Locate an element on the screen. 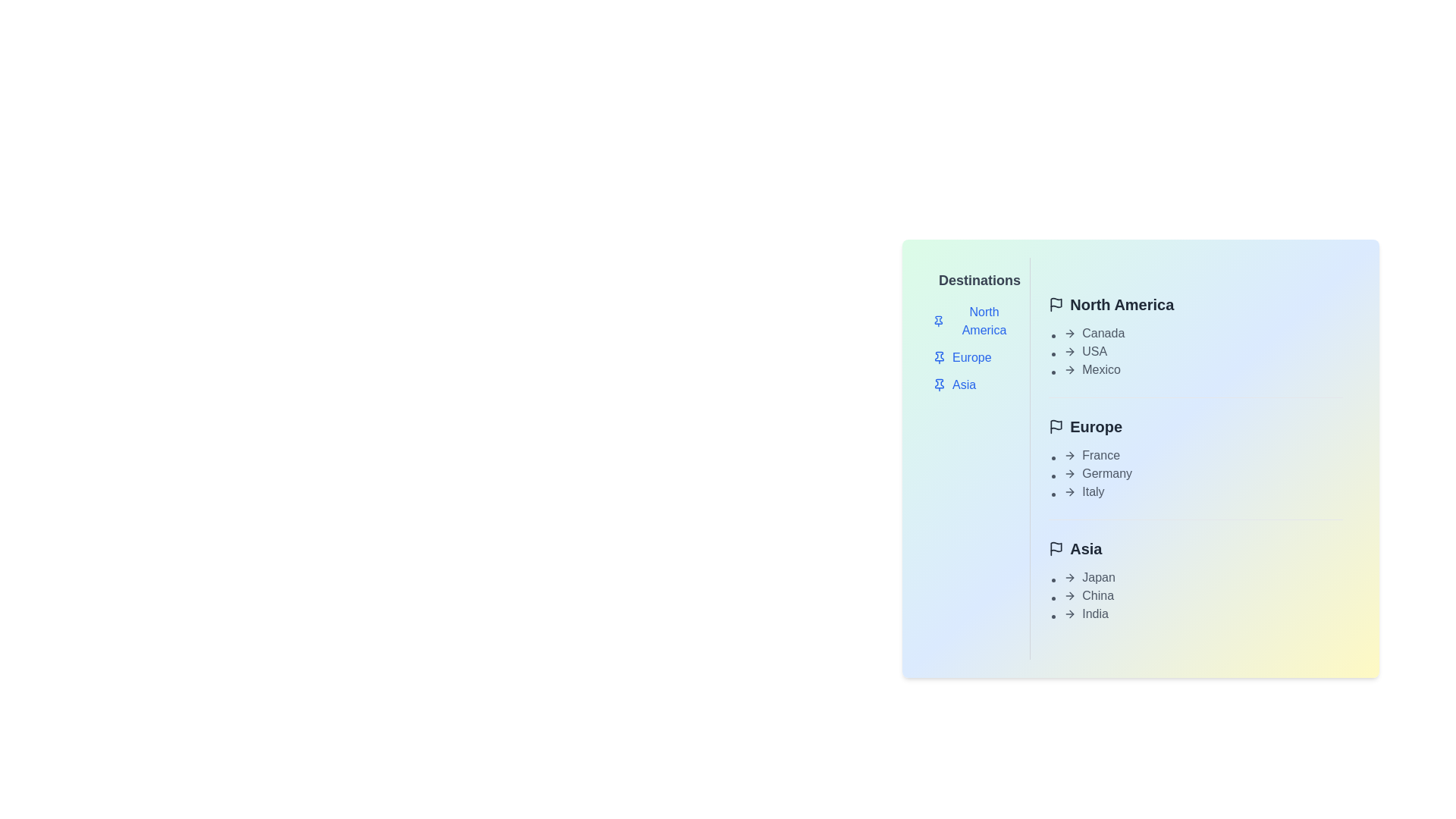  the 'India' link, which is the third item in the list under the 'Asia' section is located at coordinates (1203, 614).